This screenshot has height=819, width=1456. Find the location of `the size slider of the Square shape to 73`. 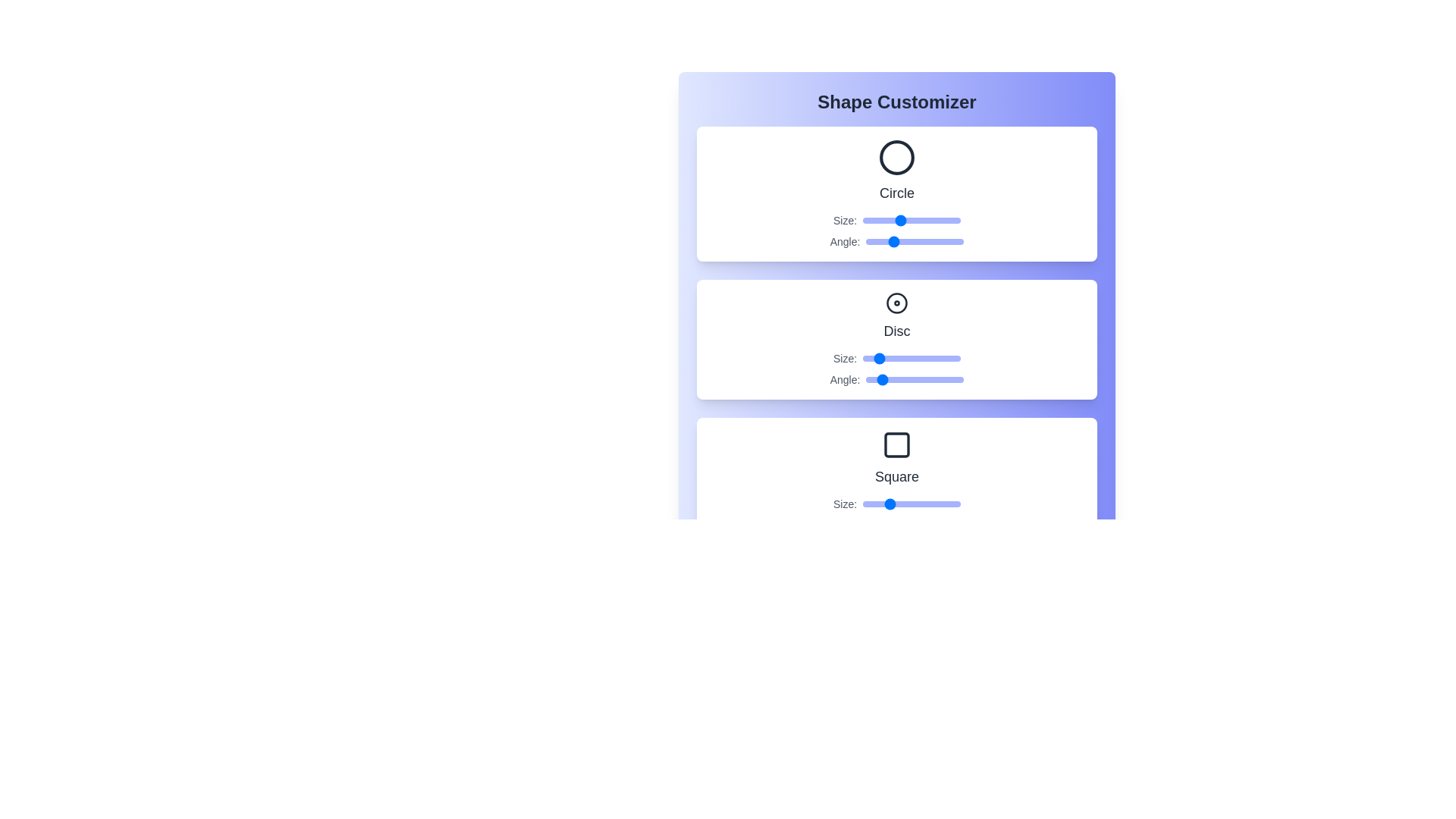

the size slider of the Square shape to 73 is located at coordinates (927, 504).